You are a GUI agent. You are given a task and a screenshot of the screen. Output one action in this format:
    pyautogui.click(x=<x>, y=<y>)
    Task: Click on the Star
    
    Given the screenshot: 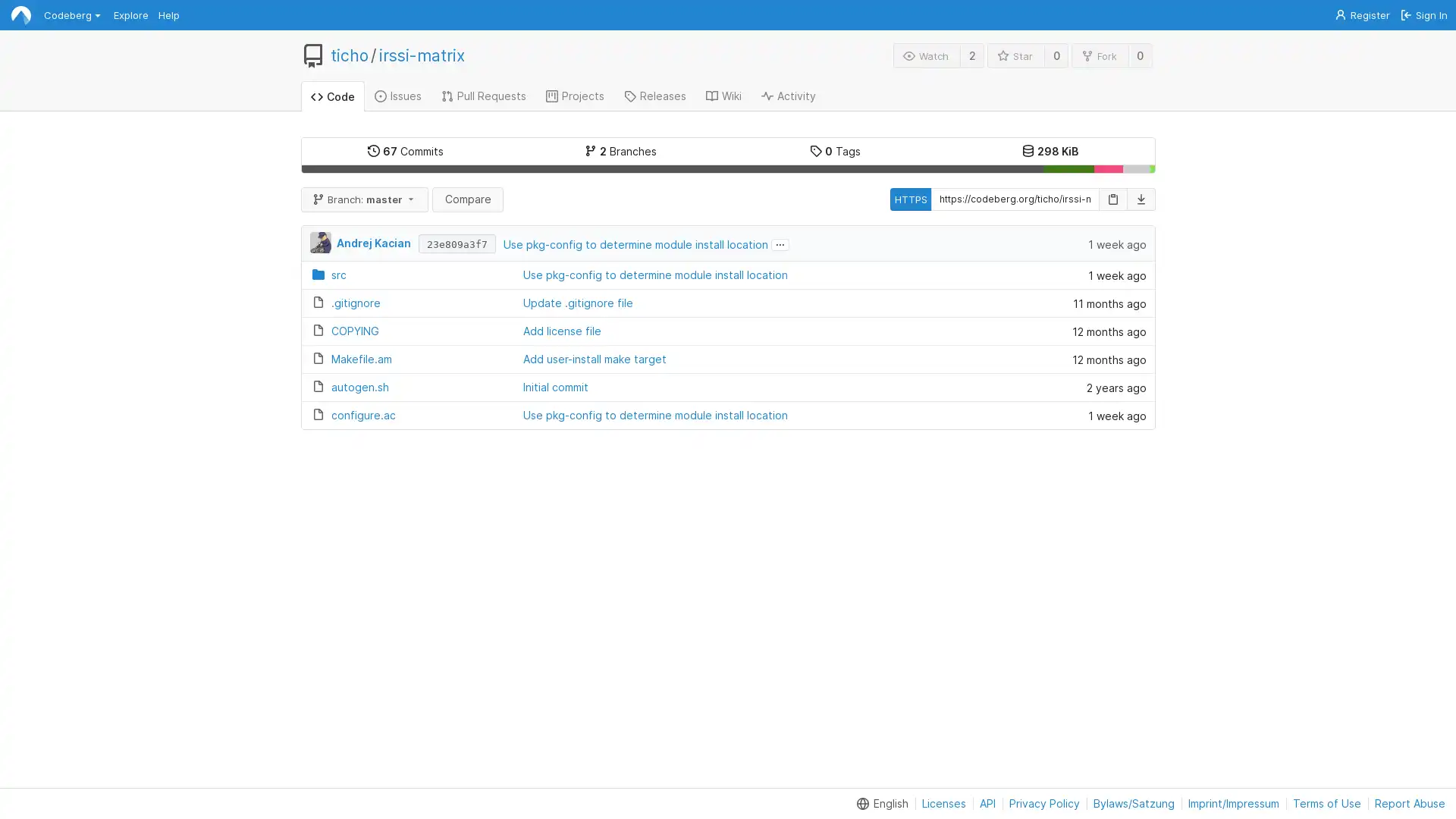 What is the action you would take?
    pyautogui.click(x=1015, y=55)
    